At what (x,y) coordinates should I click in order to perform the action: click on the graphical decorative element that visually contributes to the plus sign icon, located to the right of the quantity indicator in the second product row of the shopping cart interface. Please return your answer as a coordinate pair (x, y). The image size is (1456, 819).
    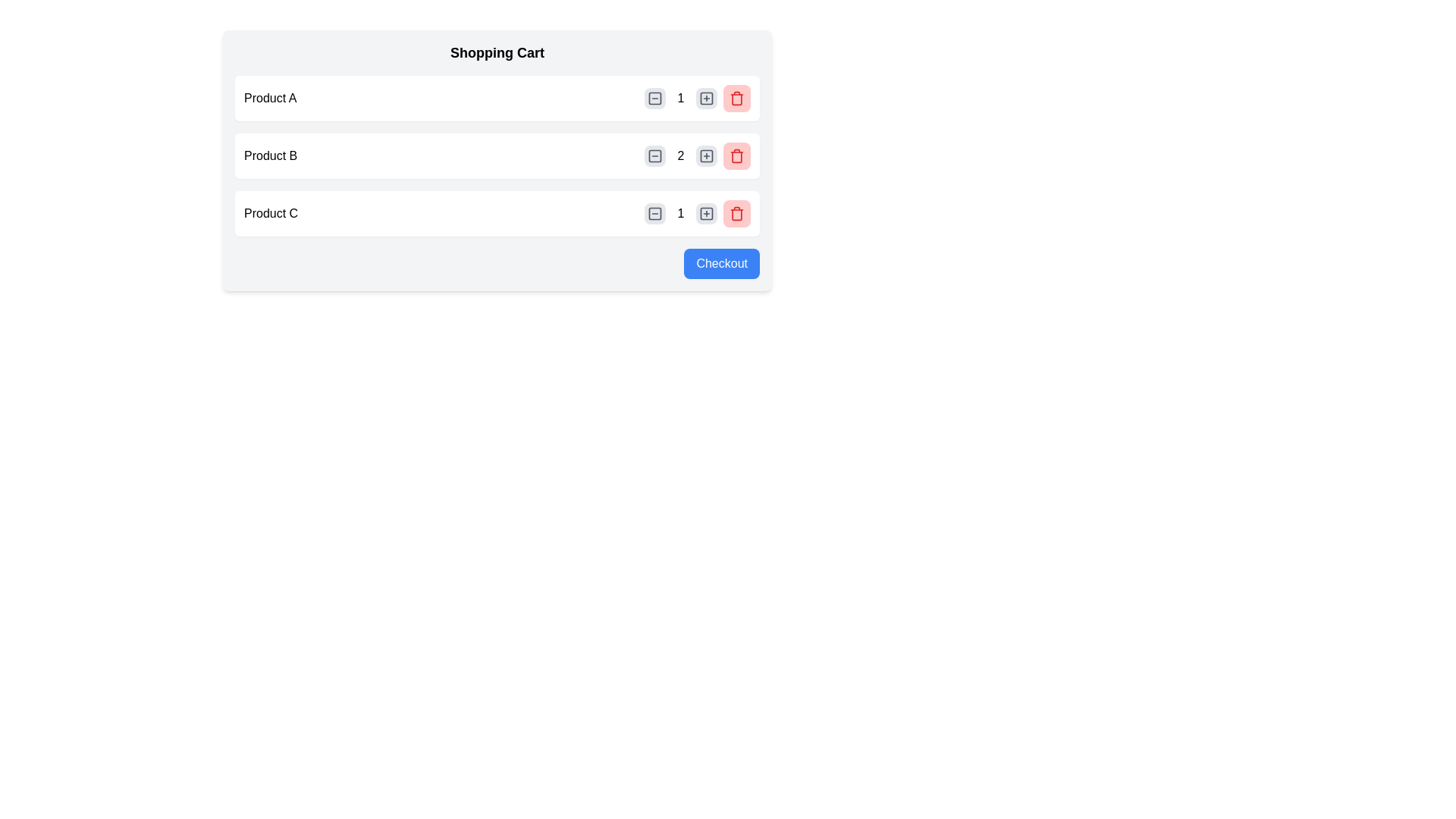
    Looking at the image, I should click on (705, 155).